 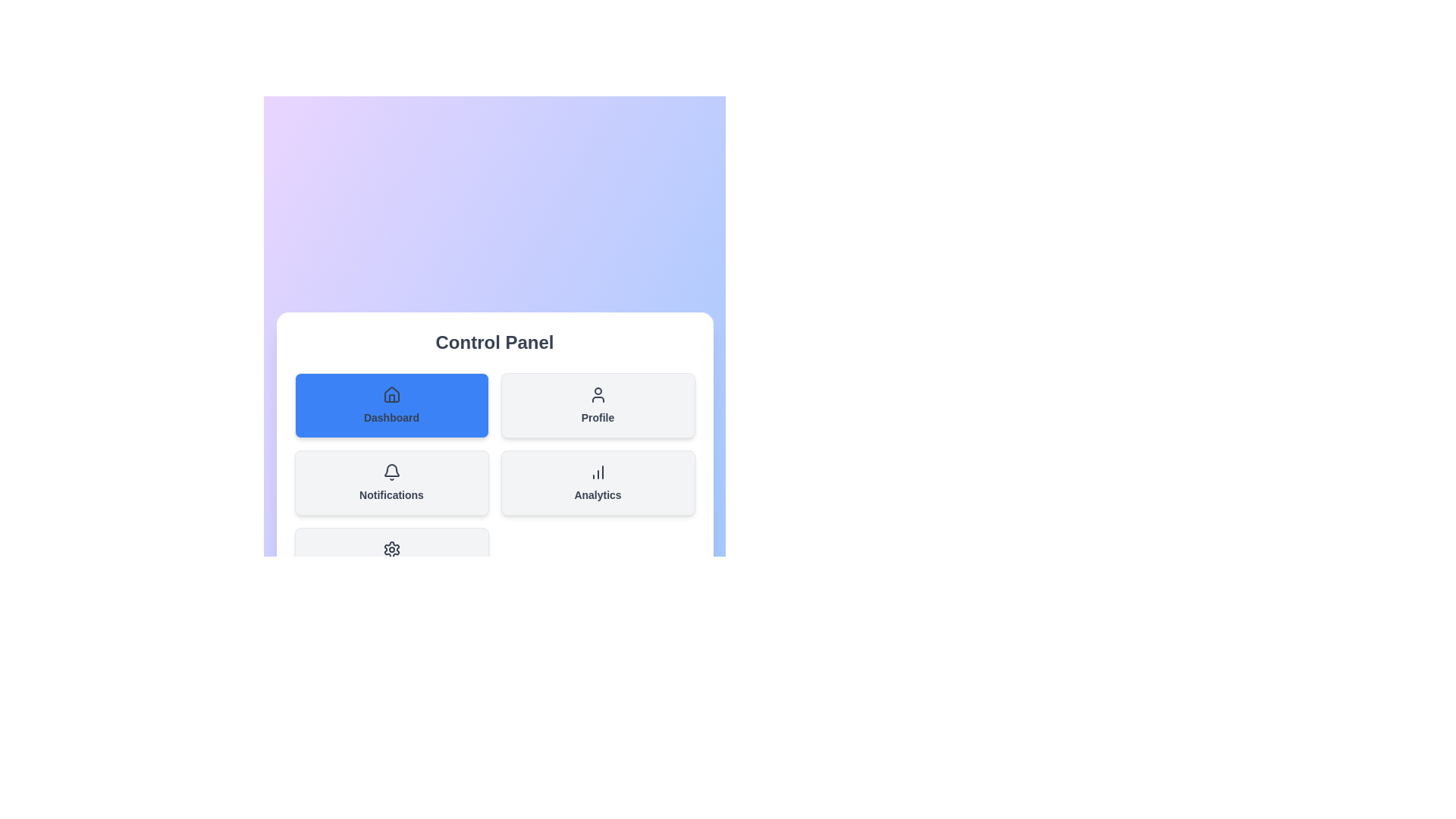 I want to click on the section Profile from the menu by clicking its corresponding button, so click(x=597, y=405).